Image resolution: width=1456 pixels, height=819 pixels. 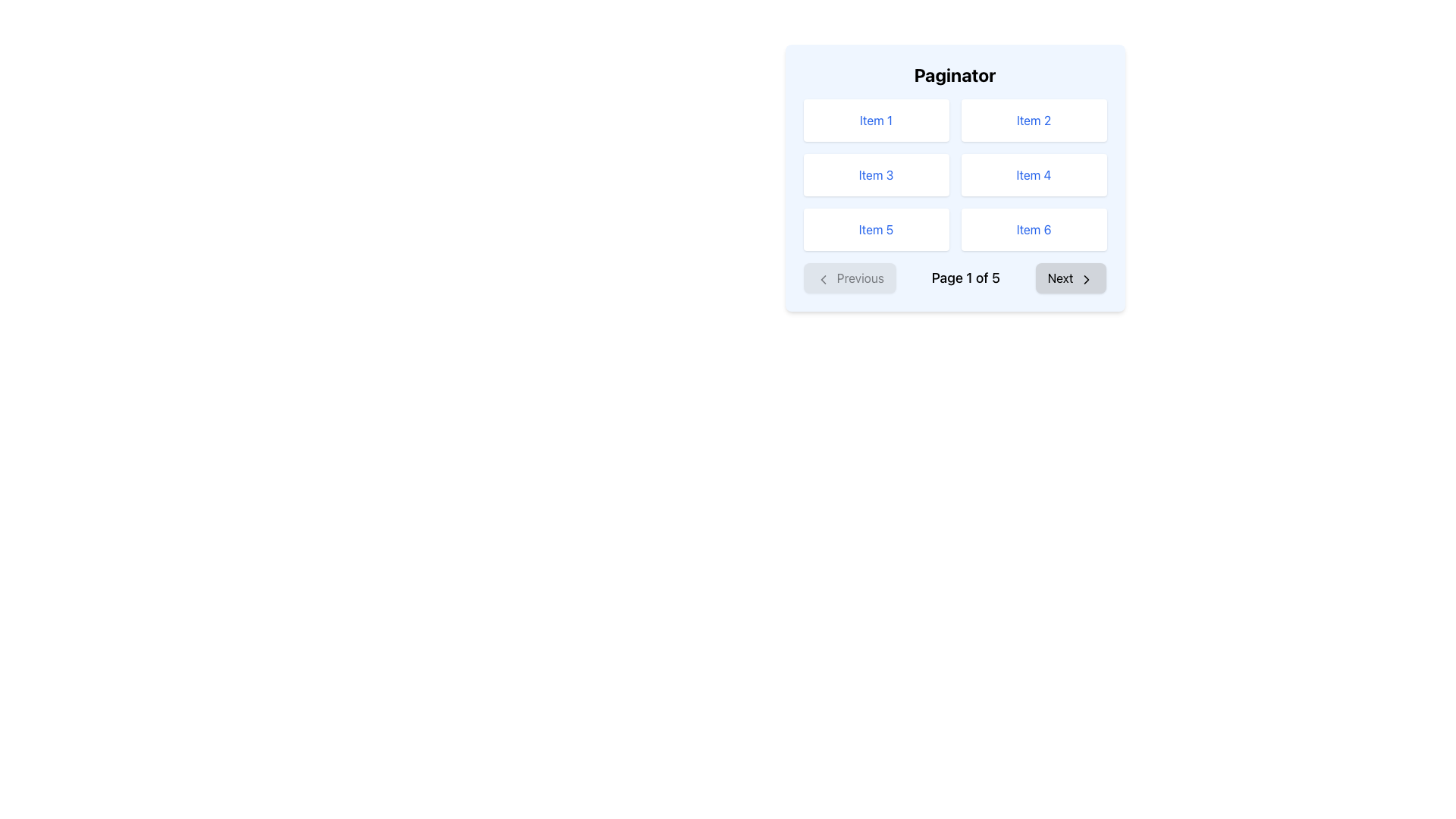 What do you see at coordinates (1086, 279) in the screenshot?
I see `the rightward-pointing chevron icon located in the paginator component, positioned to the right of the 'Next' button` at bounding box center [1086, 279].